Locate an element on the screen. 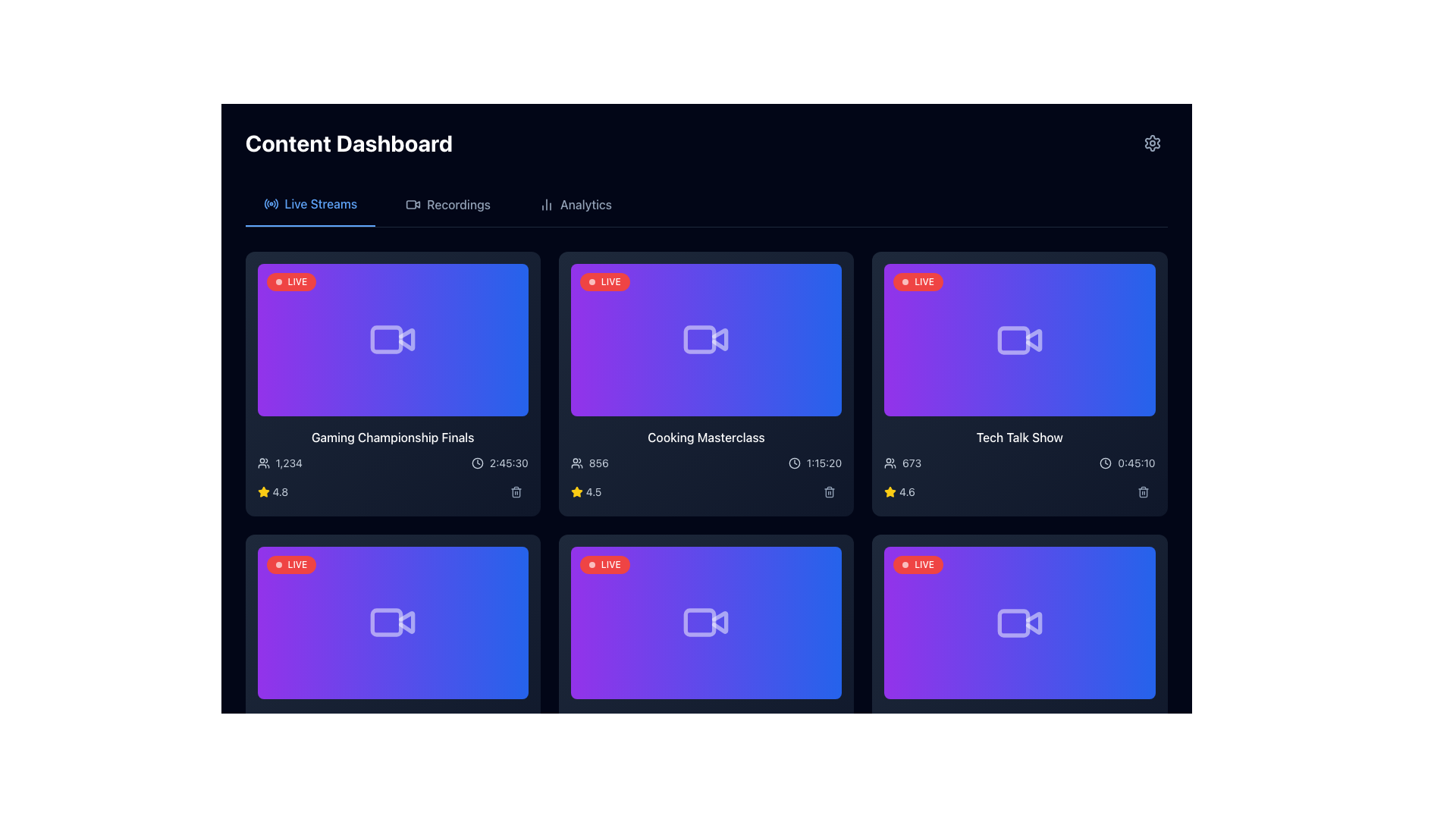 The image size is (1456, 819). the red pill-shaped label with the text 'LIVE' in bold white style, located on a video thumbnail in the top-left corner of the dashboard is located at coordinates (918, 564).